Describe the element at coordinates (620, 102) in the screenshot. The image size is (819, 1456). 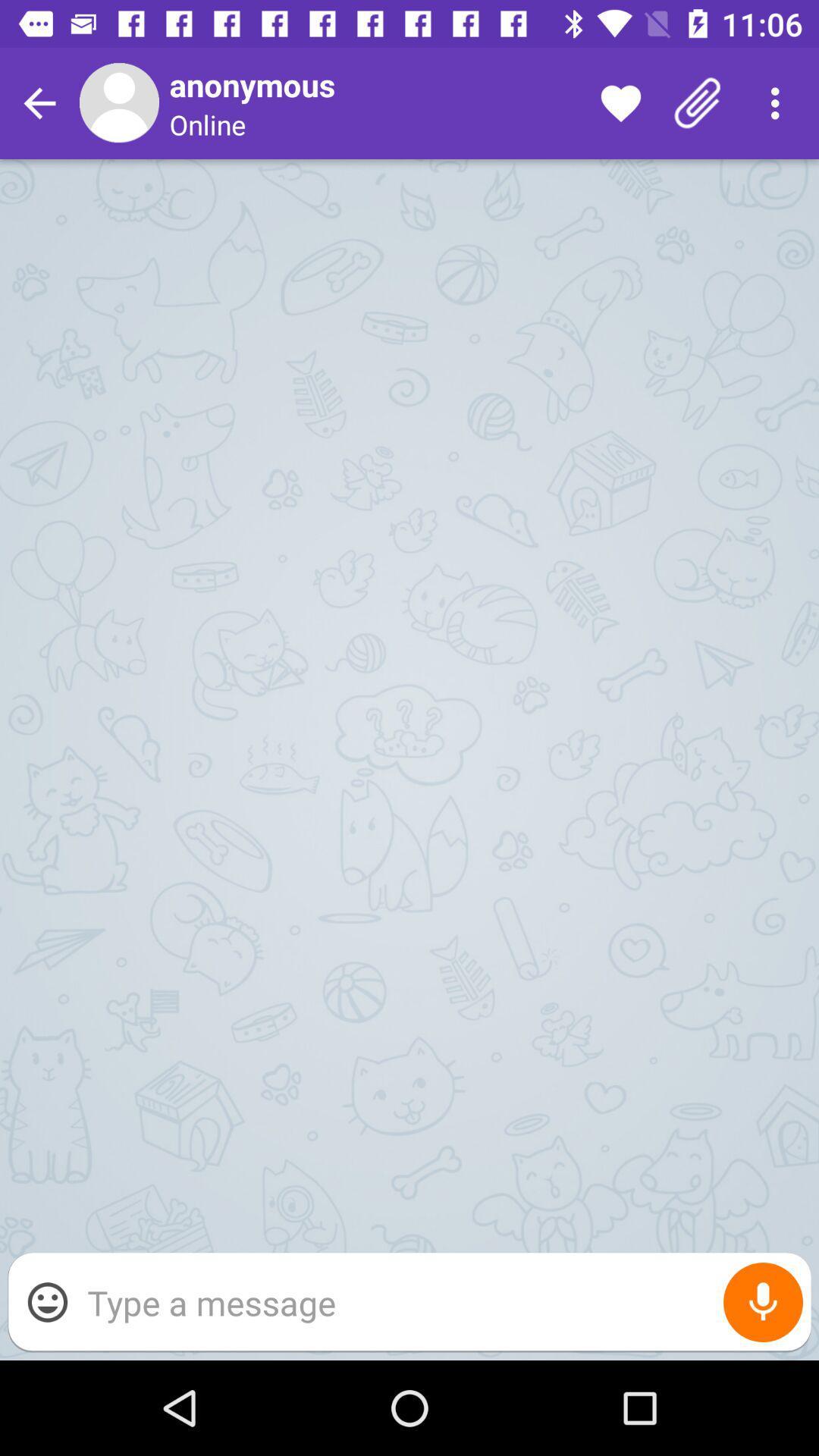
I see `the icon to the right of anonymous item` at that location.